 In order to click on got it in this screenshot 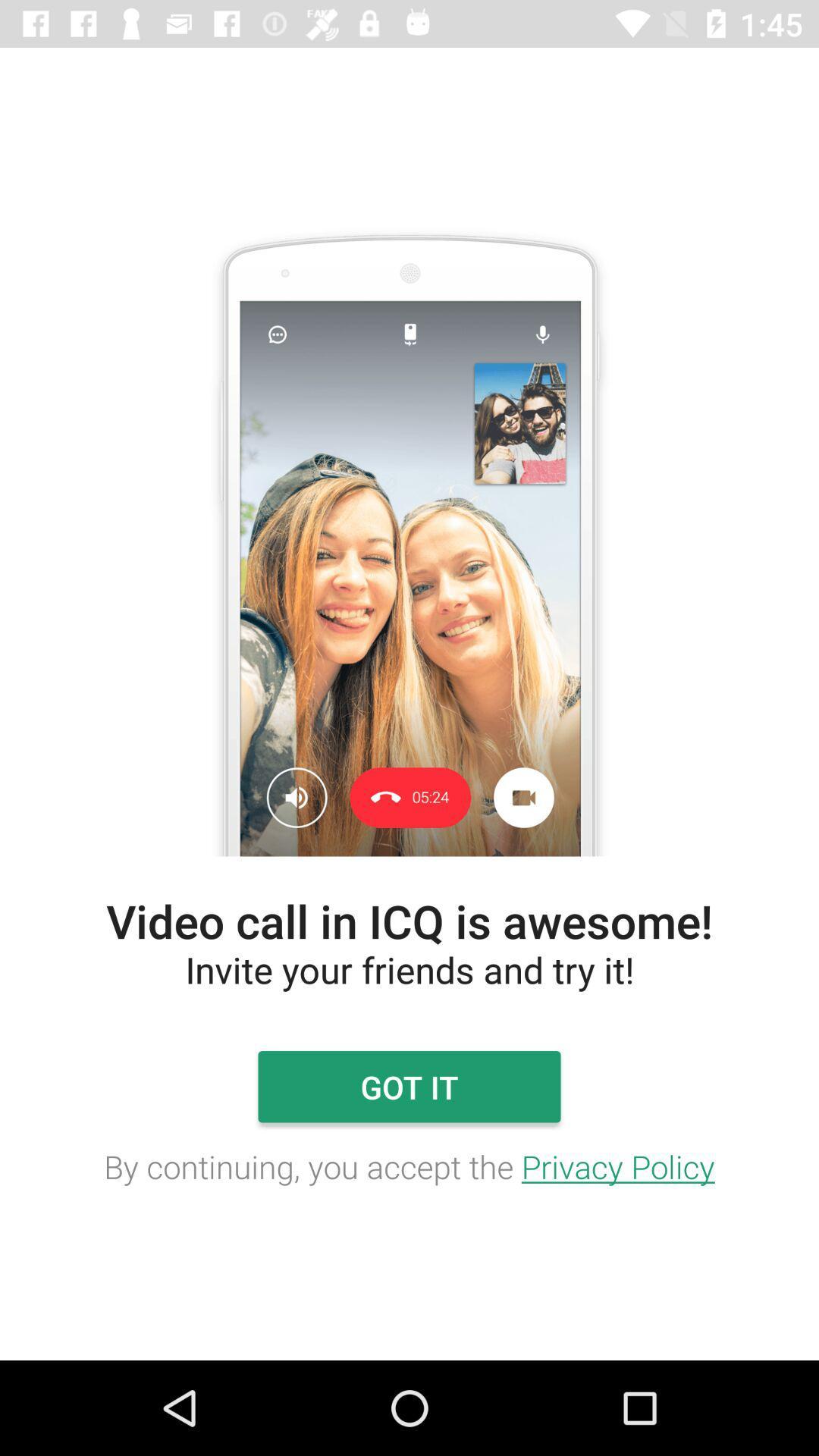, I will do `click(409, 1086)`.